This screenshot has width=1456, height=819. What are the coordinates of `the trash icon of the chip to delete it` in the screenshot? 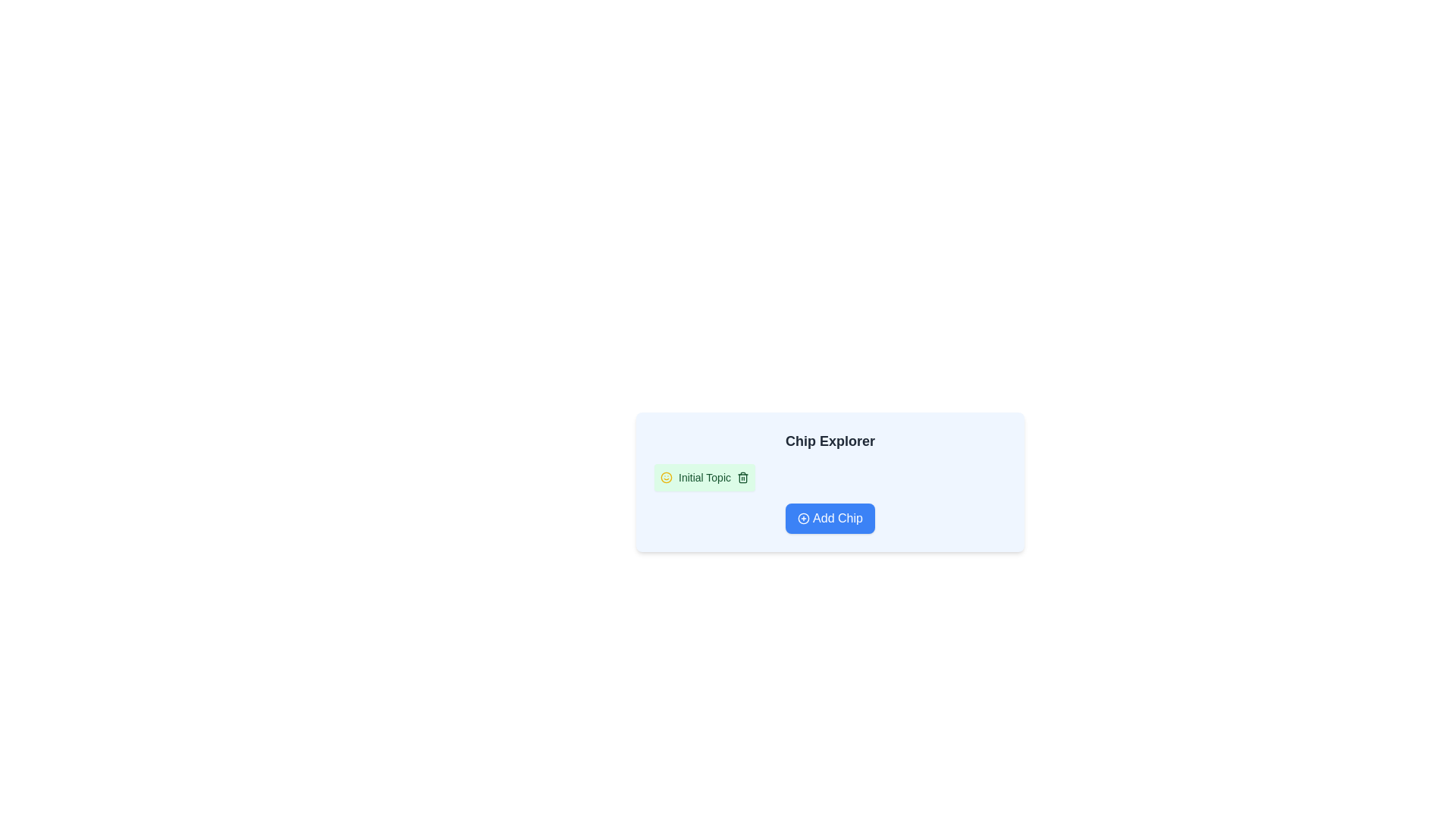 It's located at (742, 476).